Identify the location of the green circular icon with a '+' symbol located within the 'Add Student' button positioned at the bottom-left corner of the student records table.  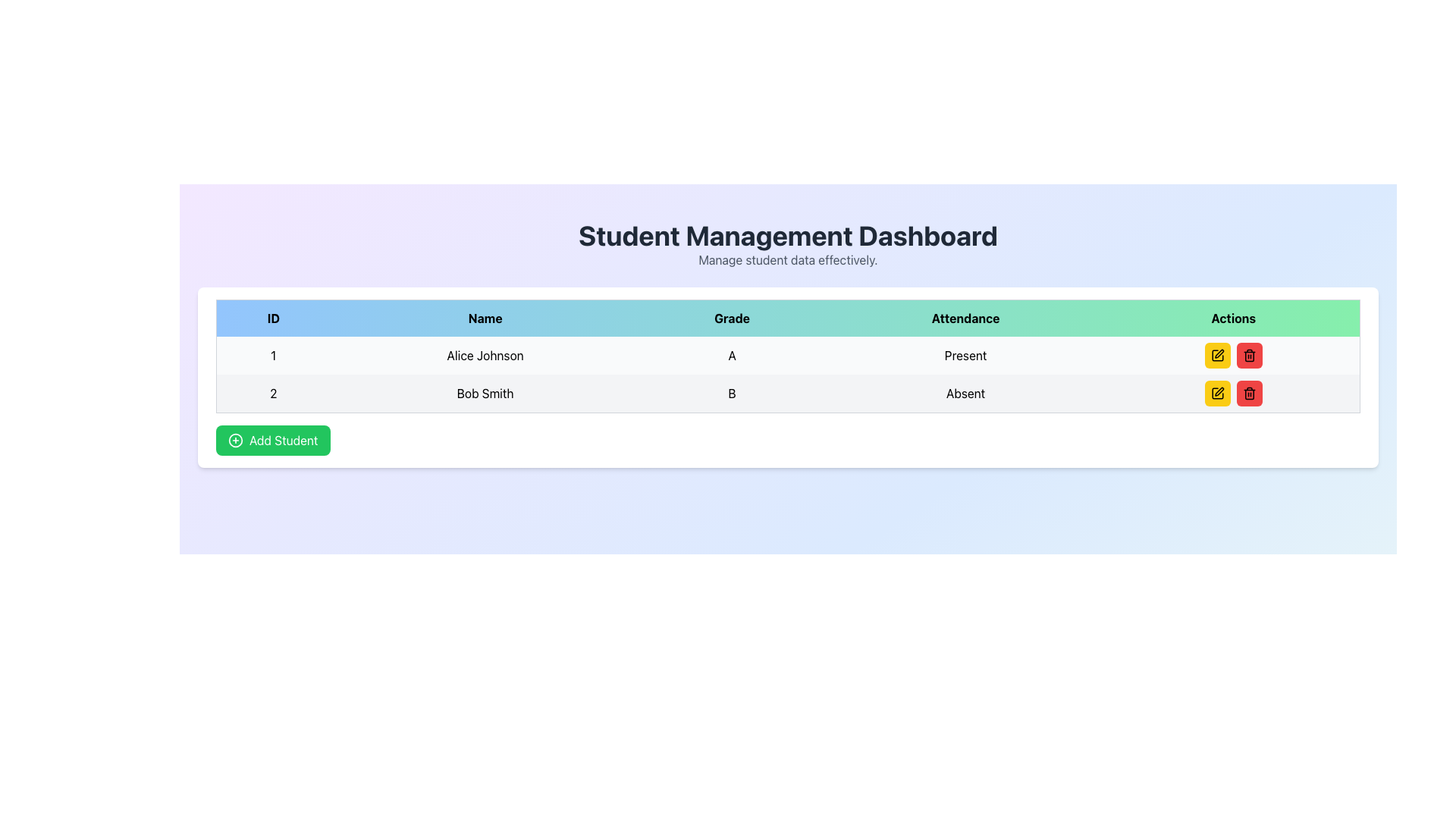
(235, 441).